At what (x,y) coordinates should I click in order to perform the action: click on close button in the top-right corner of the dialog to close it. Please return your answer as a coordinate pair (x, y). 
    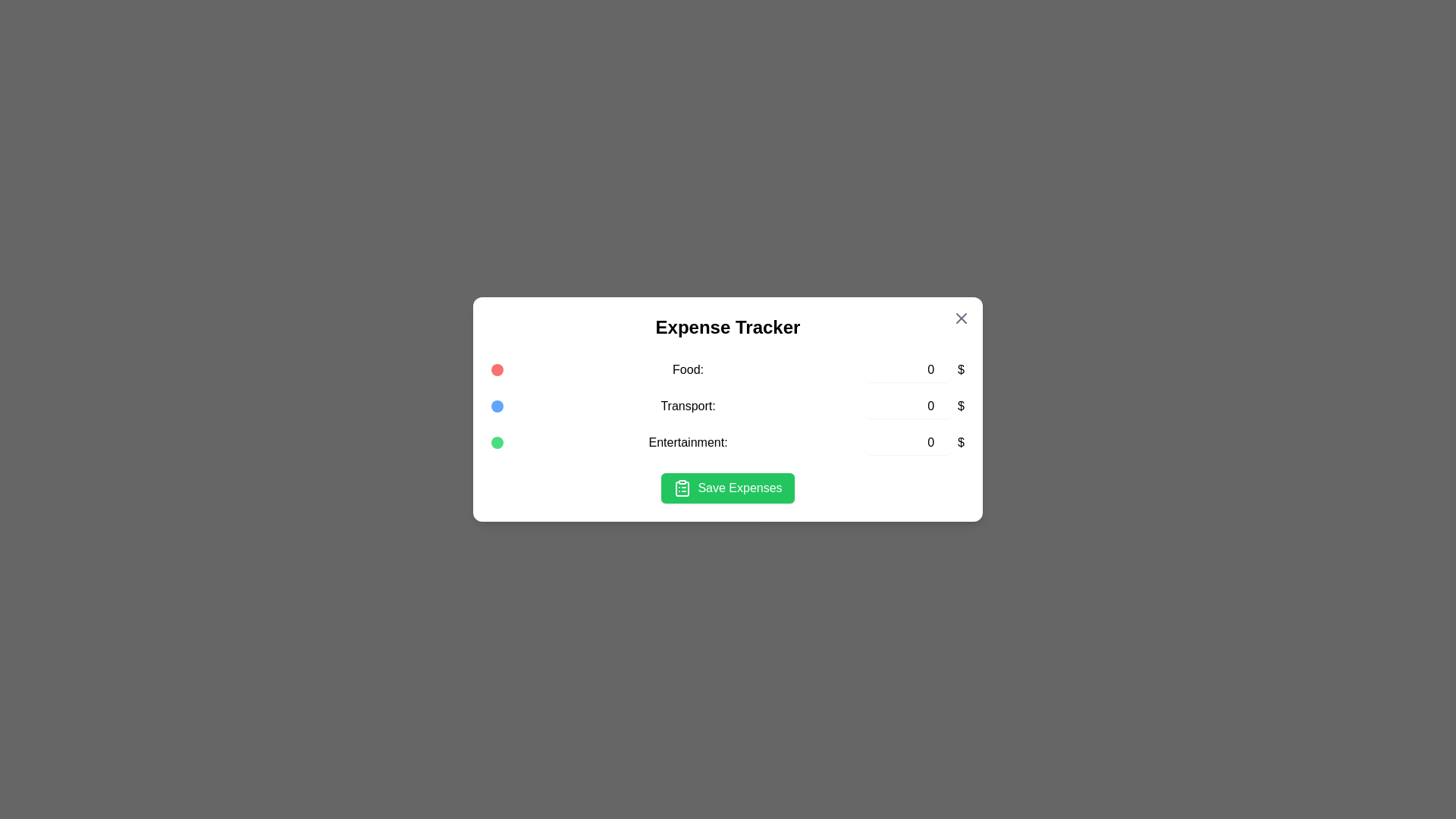
    Looking at the image, I should click on (960, 318).